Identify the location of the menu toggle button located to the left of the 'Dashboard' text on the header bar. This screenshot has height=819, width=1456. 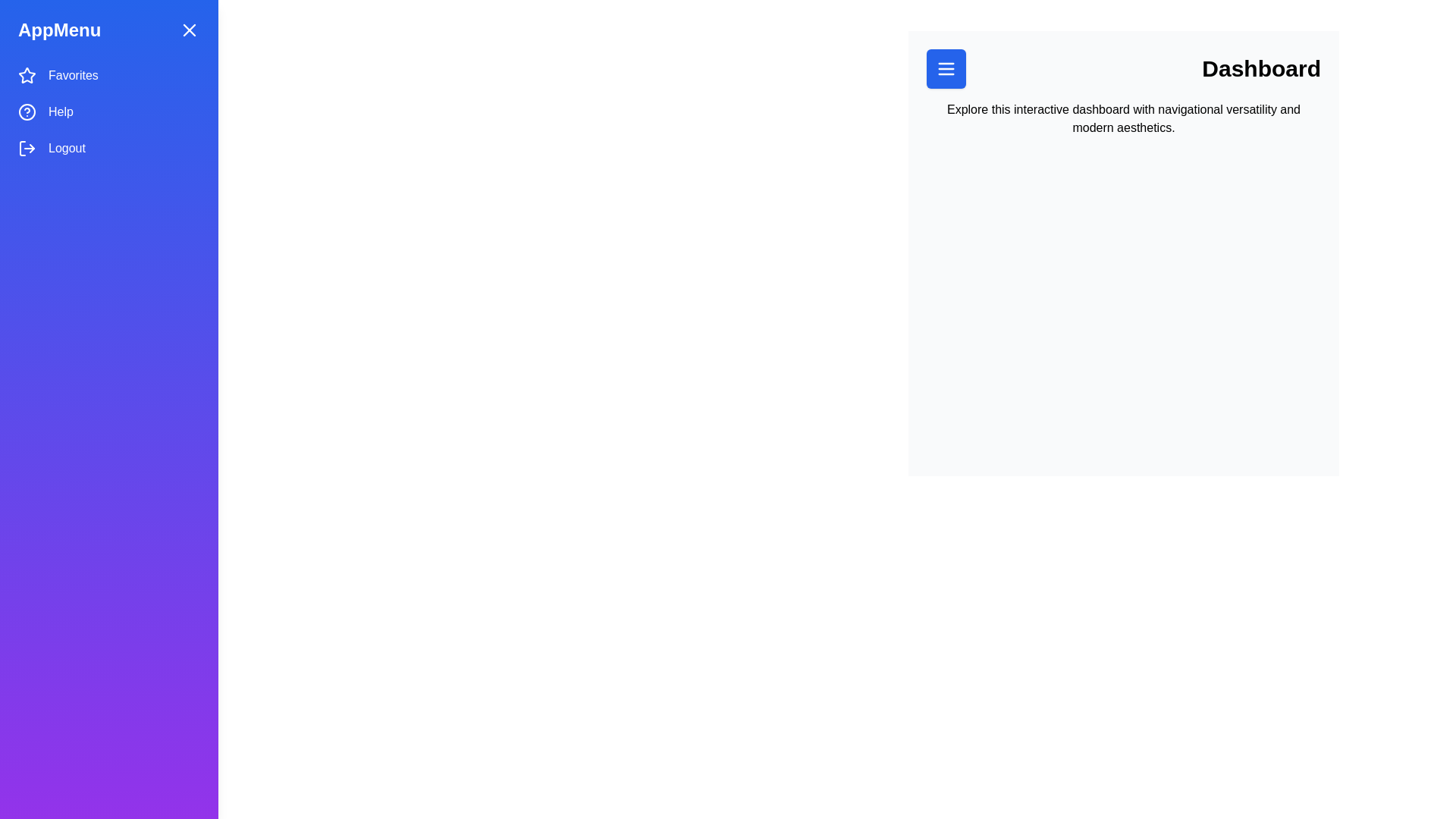
(946, 69).